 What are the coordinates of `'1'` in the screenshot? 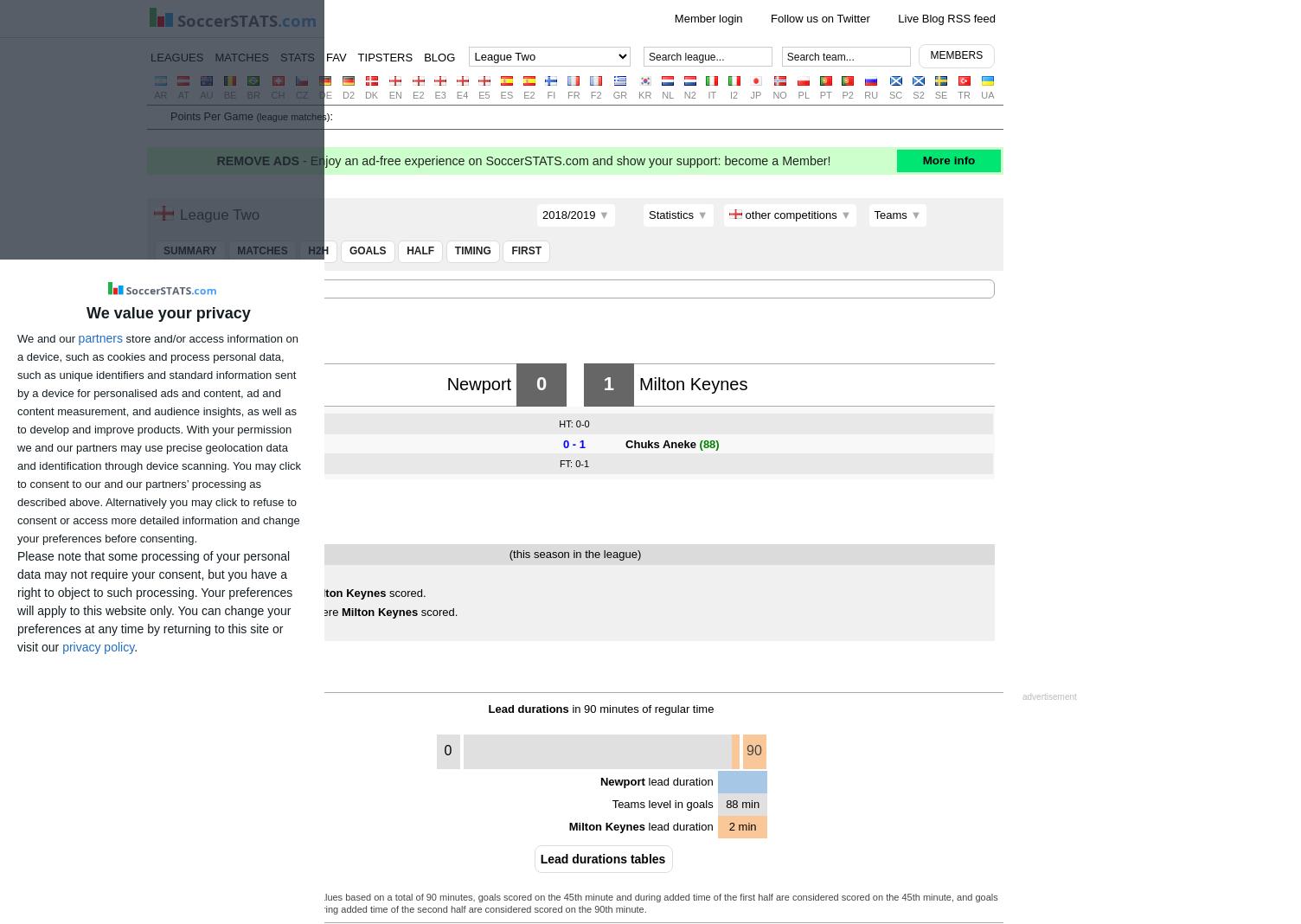 It's located at (606, 383).